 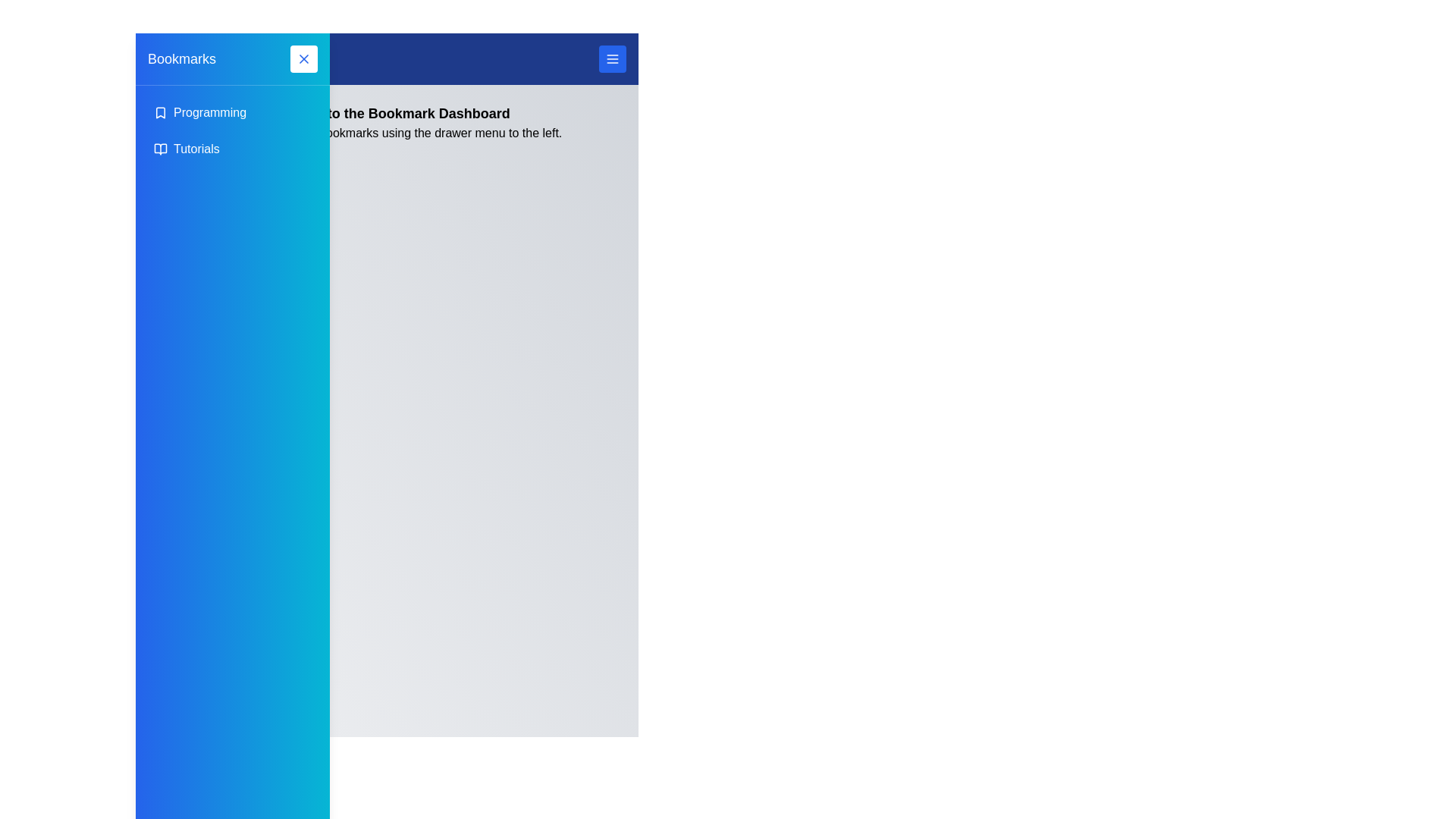 I want to click on the text label displaying 'Welcome to the Bookmark Dashboard', which is positioned at the top of the main content panel, to the right of the sidebar menu, so click(x=387, y=113).